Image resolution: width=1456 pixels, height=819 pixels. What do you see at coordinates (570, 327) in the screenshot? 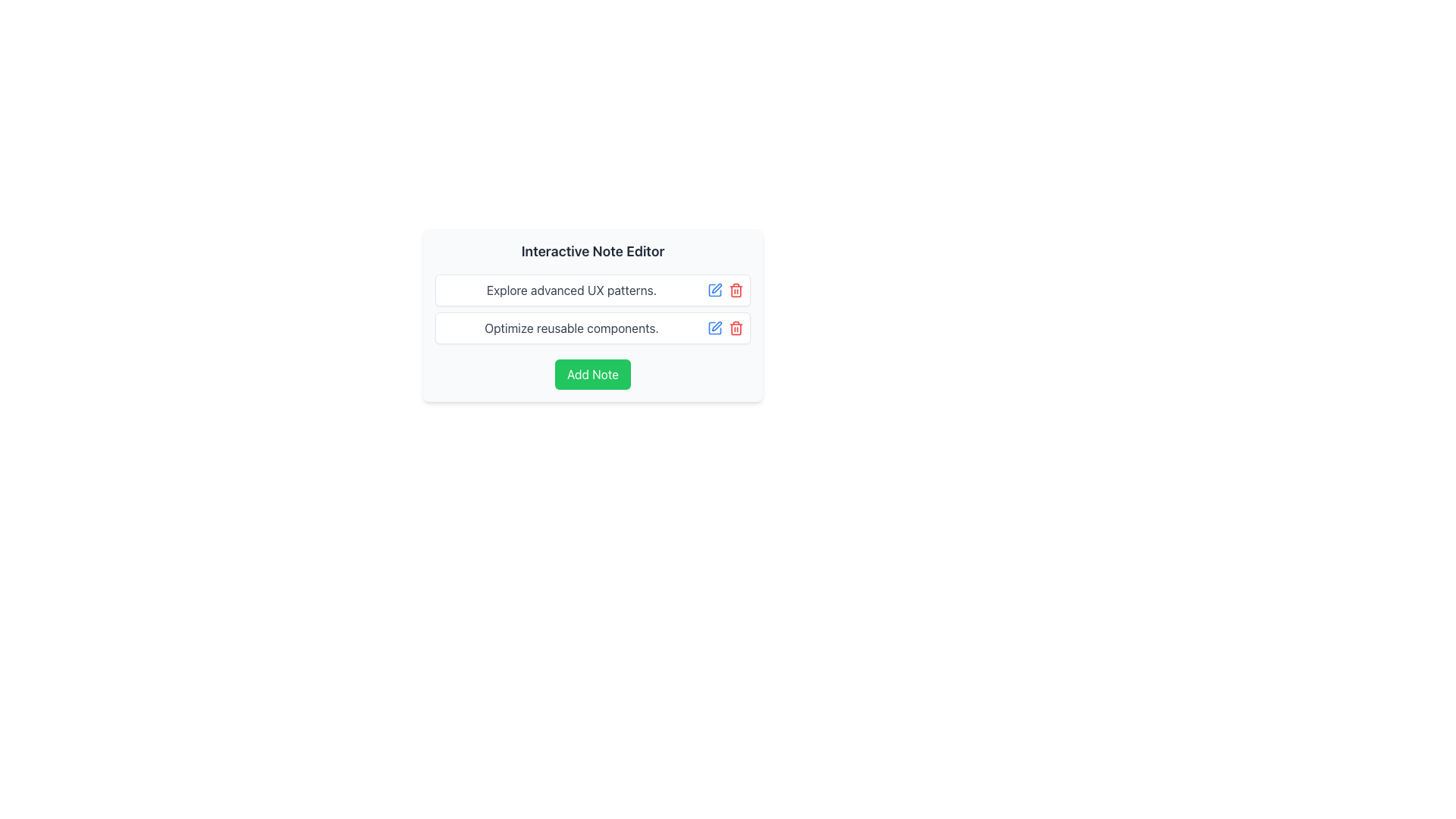
I see `text from the Text Label displaying 'Optimize reusable components.' which is part of the card-like interface in the Interactive Note Editor` at bounding box center [570, 327].